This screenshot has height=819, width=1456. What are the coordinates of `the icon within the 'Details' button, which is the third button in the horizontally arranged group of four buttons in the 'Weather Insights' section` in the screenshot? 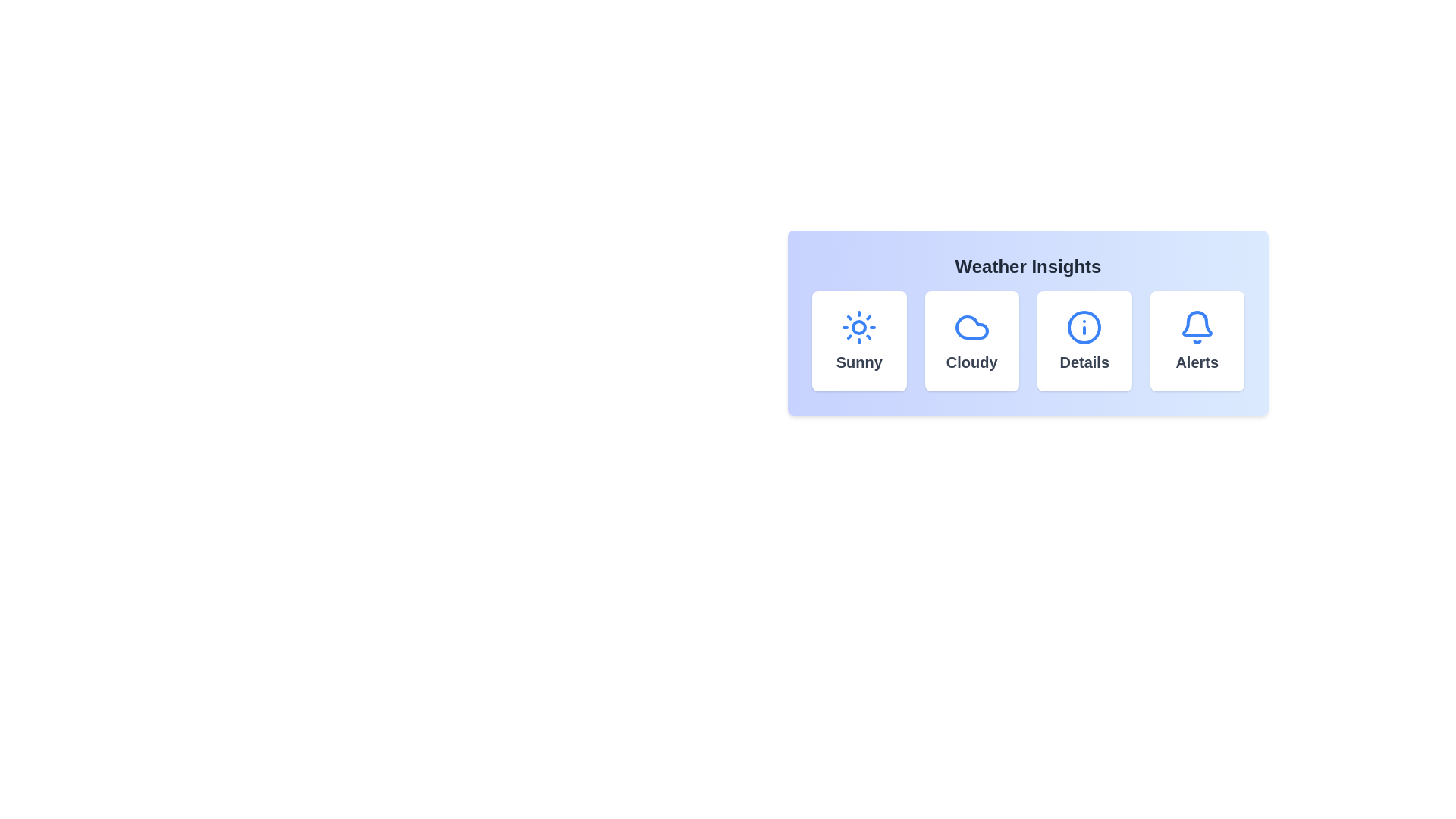 It's located at (1084, 327).